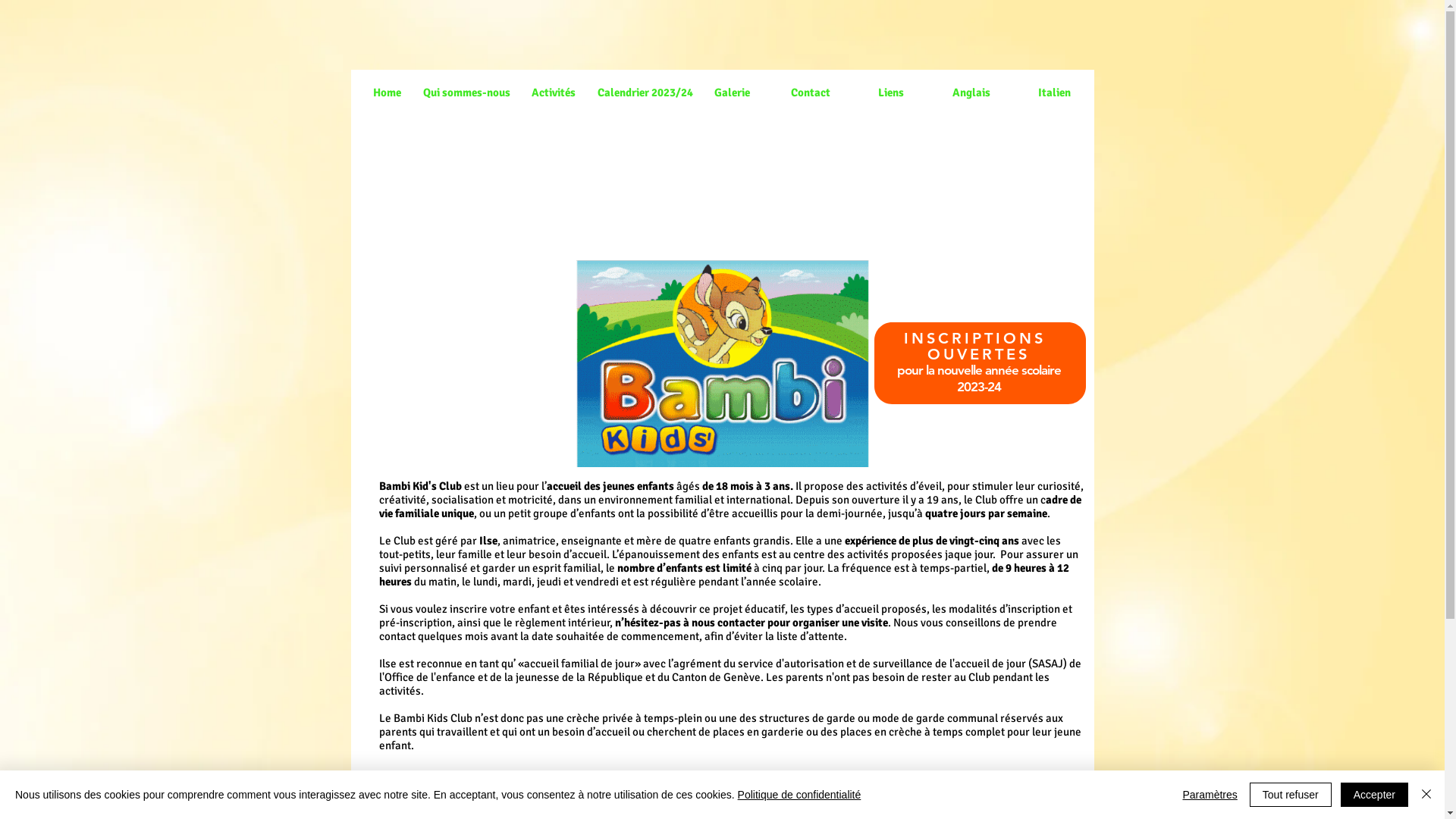 This screenshot has height=819, width=1456. I want to click on 'Accepter', so click(1374, 794).